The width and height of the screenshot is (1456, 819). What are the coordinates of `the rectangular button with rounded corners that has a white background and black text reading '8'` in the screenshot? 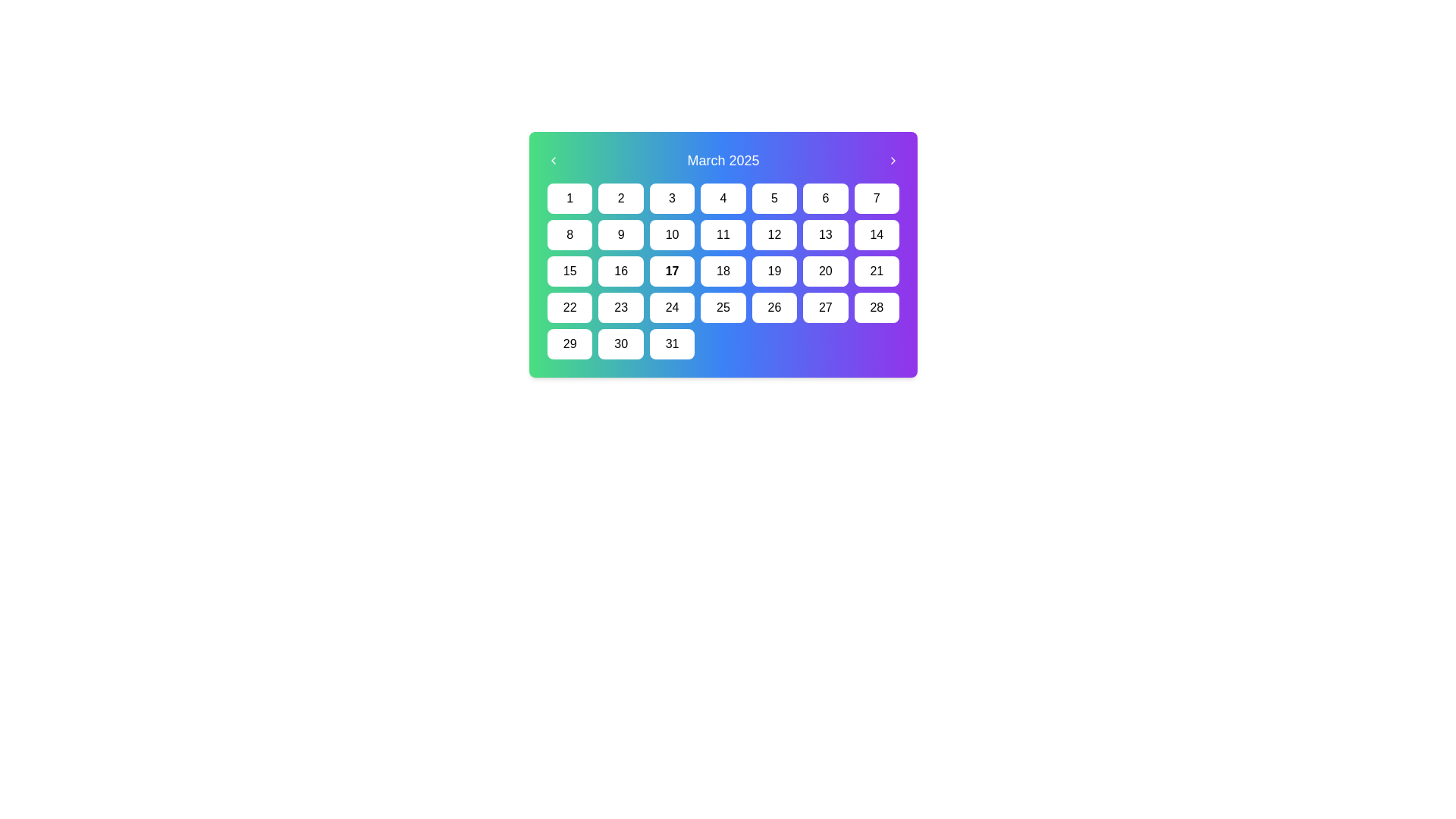 It's located at (569, 234).